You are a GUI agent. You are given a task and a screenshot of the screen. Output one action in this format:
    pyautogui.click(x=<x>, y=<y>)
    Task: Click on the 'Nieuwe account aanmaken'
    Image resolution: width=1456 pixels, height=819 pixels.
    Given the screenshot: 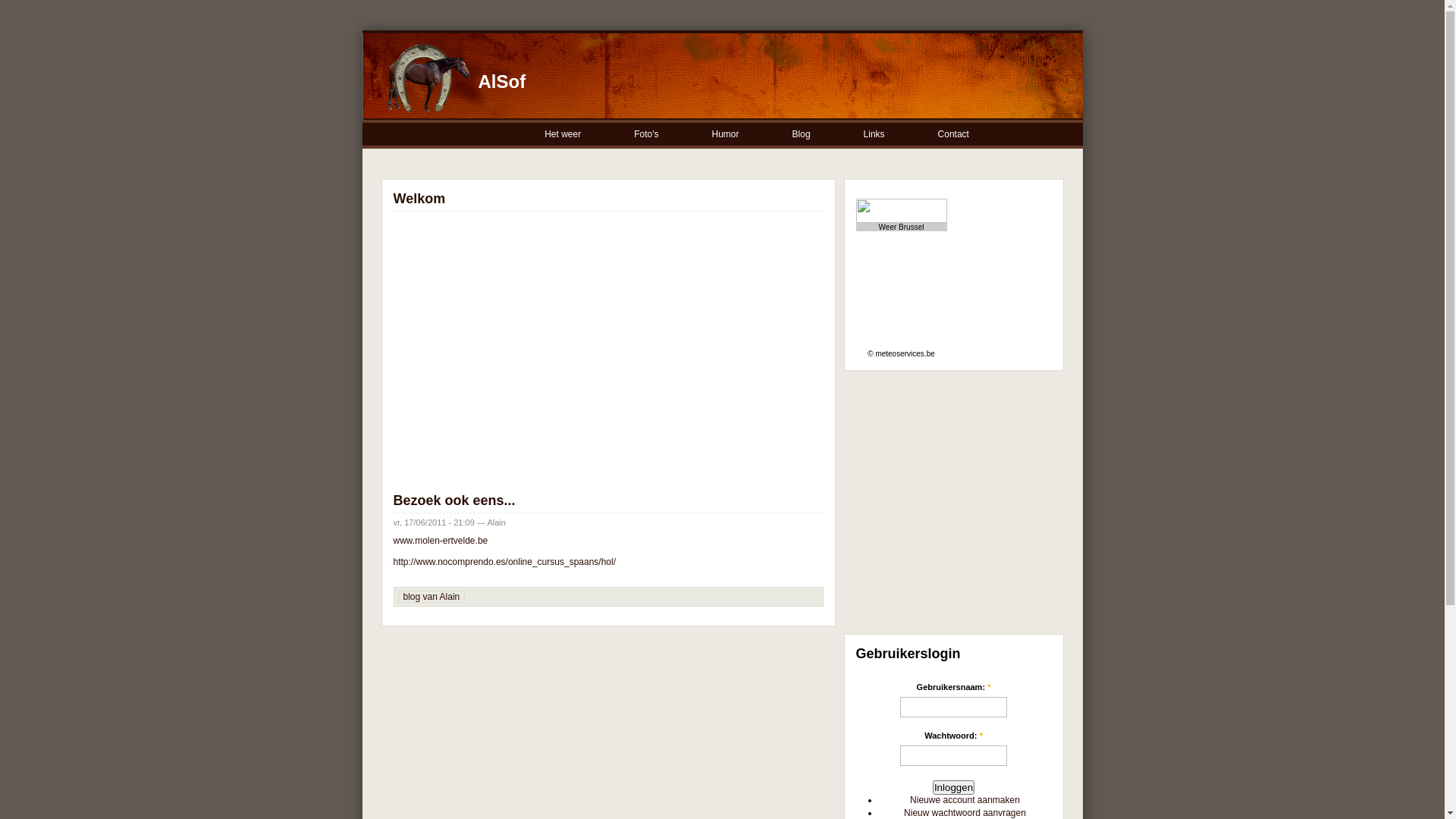 What is the action you would take?
    pyautogui.click(x=964, y=799)
    